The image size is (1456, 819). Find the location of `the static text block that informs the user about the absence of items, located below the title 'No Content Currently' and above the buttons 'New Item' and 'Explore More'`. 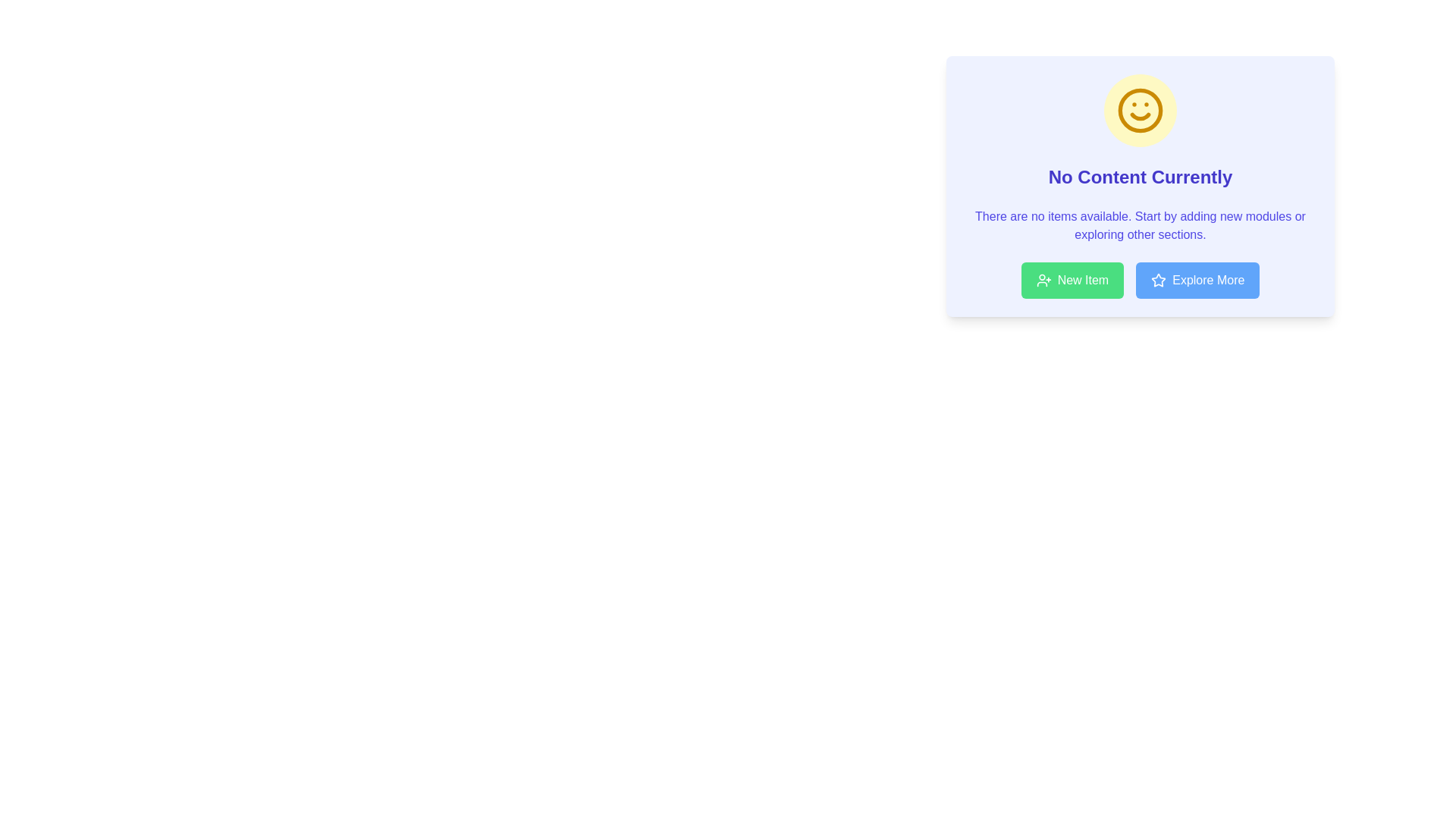

the static text block that informs the user about the absence of items, located below the title 'No Content Currently' and above the buttons 'New Item' and 'Explore More' is located at coordinates (1140, 225).